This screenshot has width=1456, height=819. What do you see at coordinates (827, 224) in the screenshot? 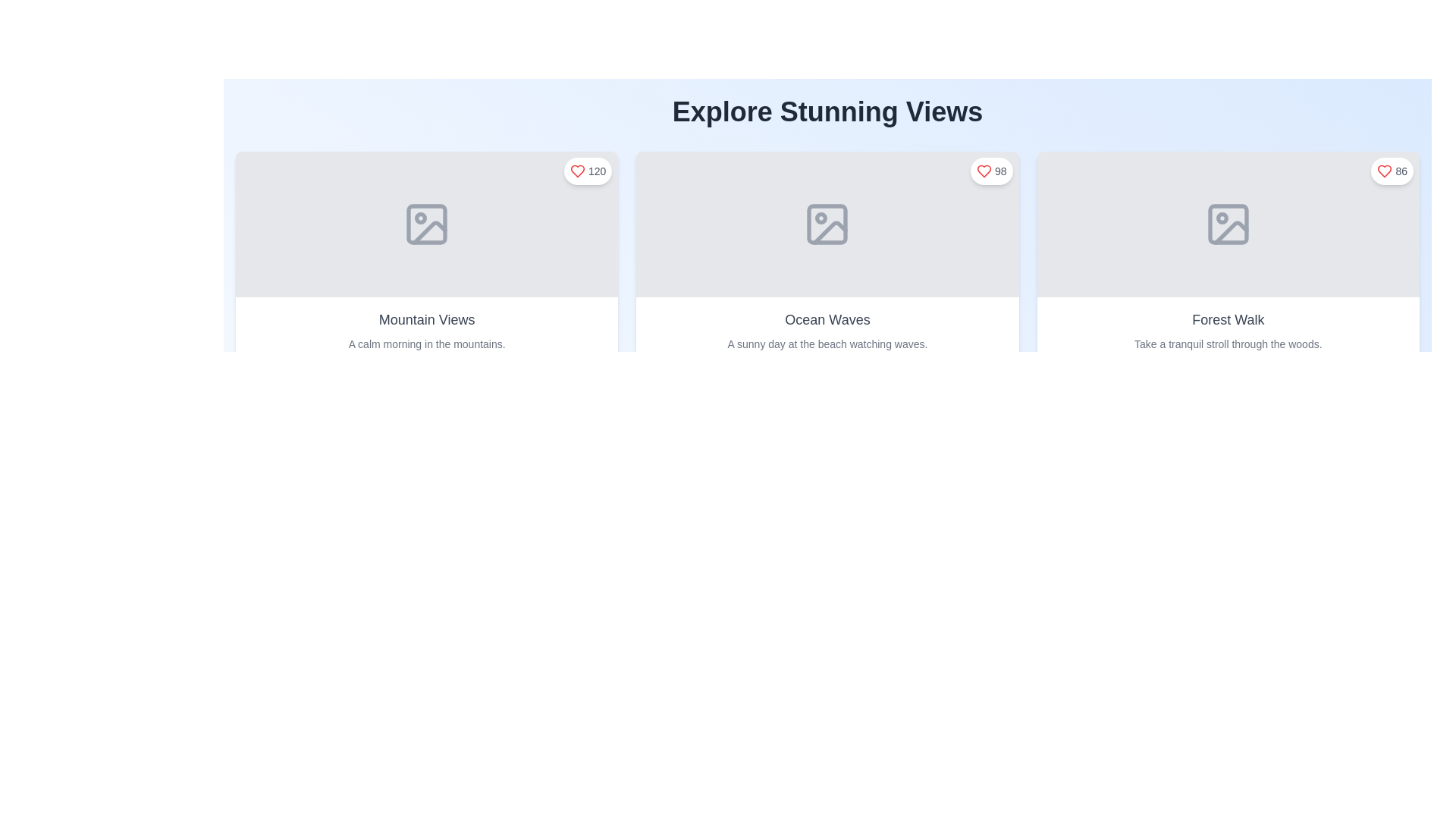
I see `the rectangular decorative component located at the center of the second card titled 'Ocean Waves', which serves as a foundational part of the image placeholder icon` at bounding box center [827, 224].